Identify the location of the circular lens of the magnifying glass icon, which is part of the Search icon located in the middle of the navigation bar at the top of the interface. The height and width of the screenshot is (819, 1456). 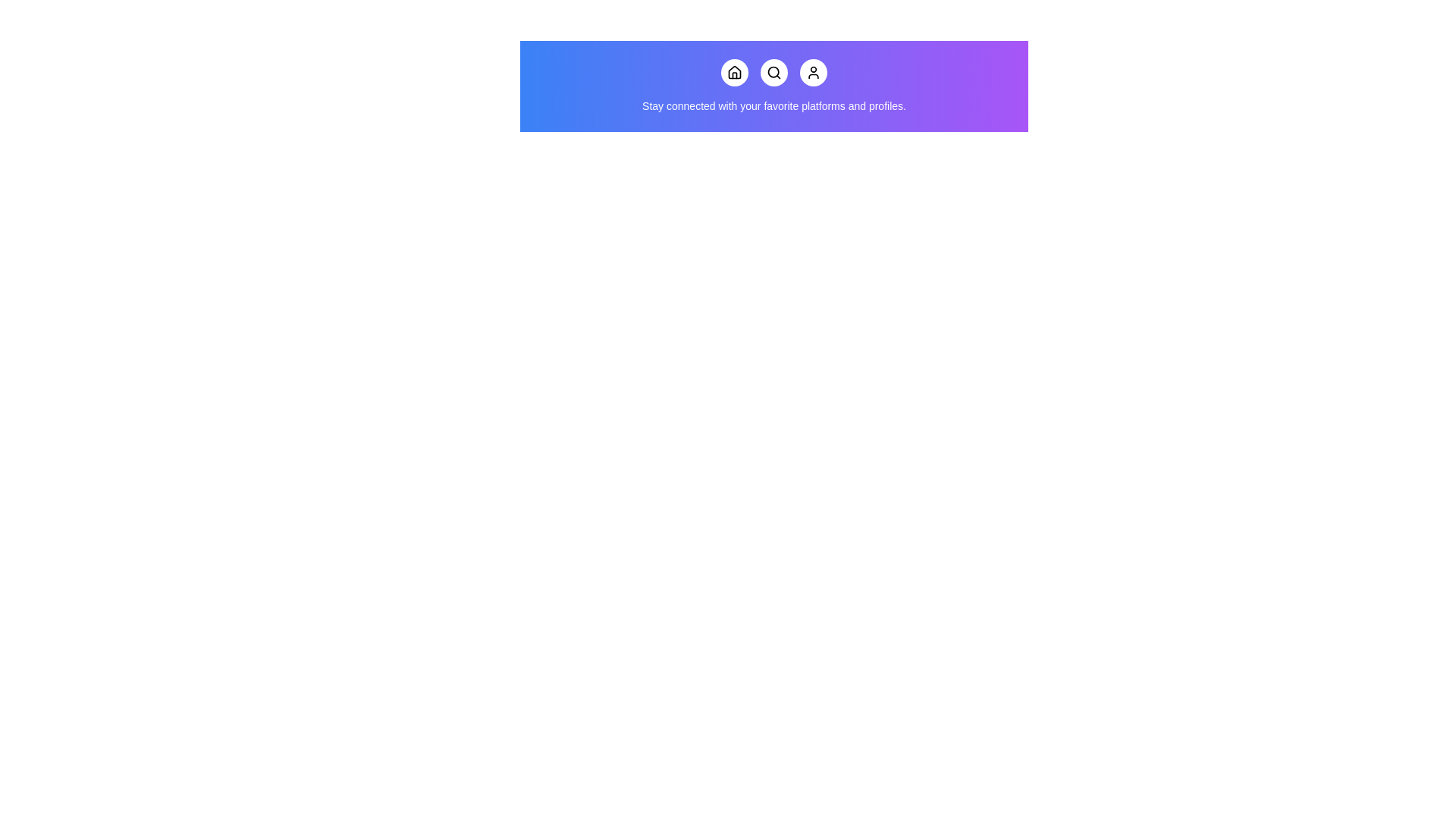
(773, 72).